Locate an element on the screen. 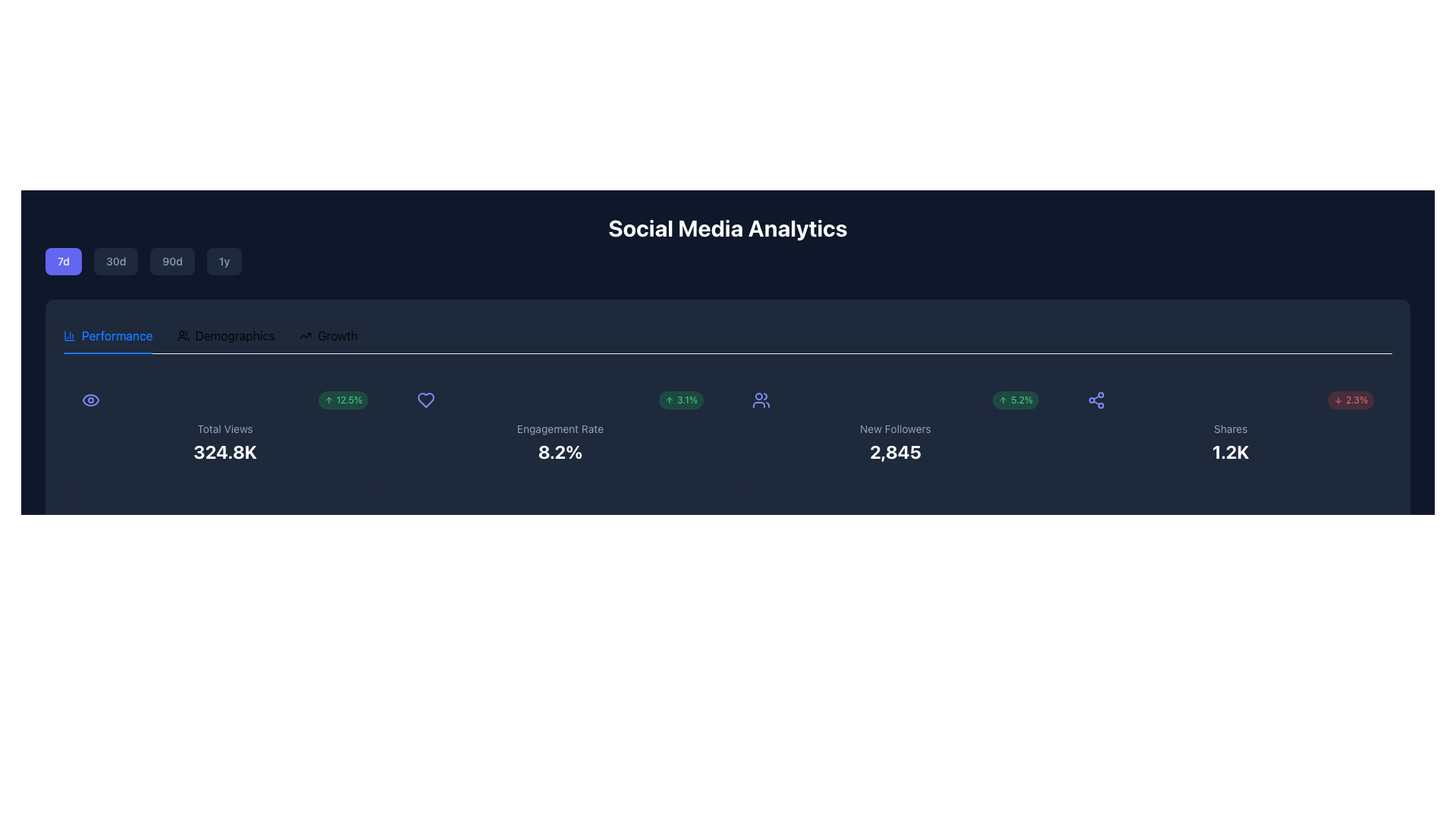 The image size is (1456, 819). the green status badge displaying '5.2%' which indicates a positive metric, located near the 'New Followers' label and to the left of the 'Shares' label is located at coordinates (1015, 400).